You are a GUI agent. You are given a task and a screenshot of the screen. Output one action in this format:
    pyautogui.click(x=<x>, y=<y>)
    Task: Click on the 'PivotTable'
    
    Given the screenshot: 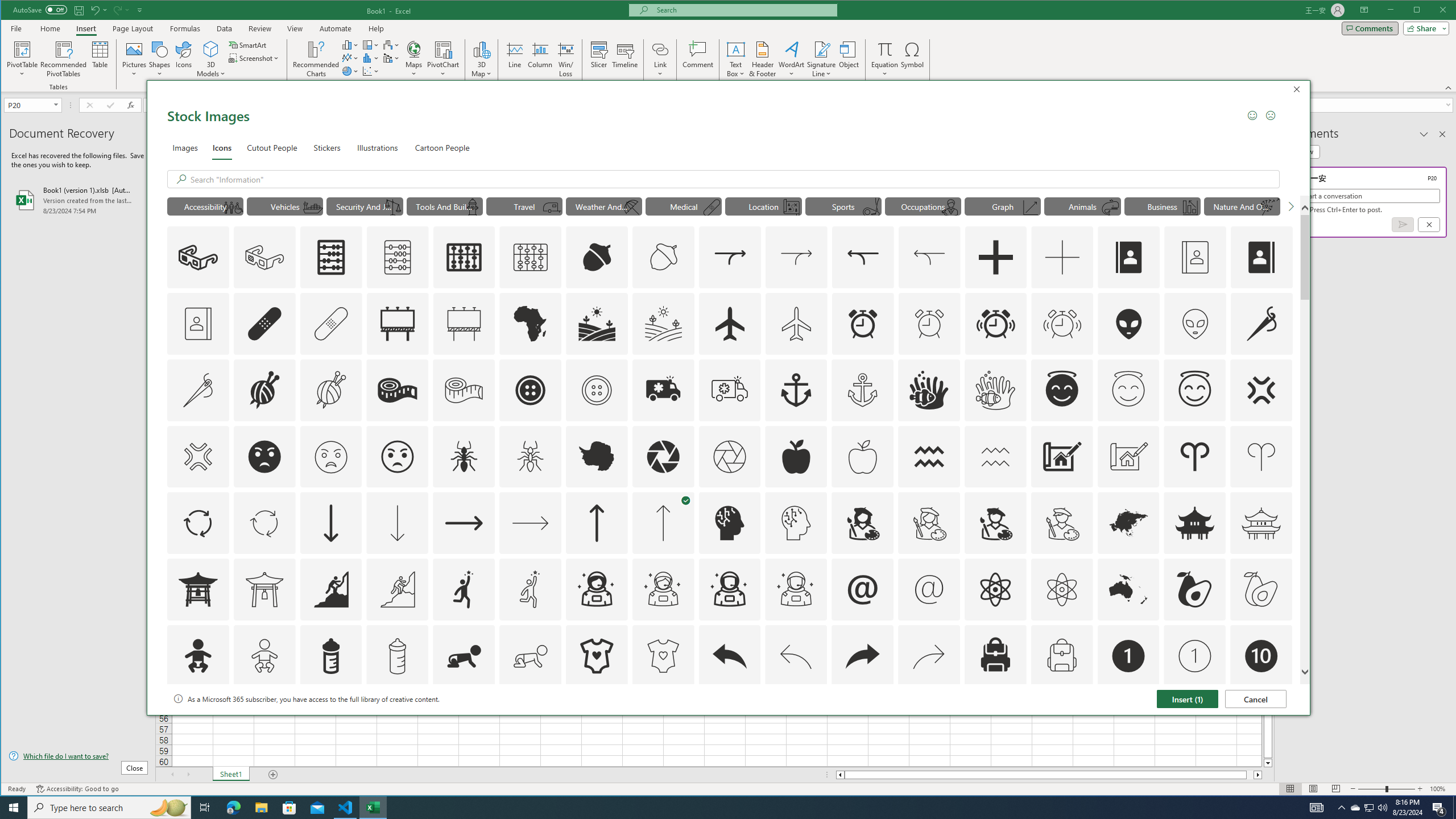 What is the action you would take?
    pyautogui.click(x=22, y=59)
    